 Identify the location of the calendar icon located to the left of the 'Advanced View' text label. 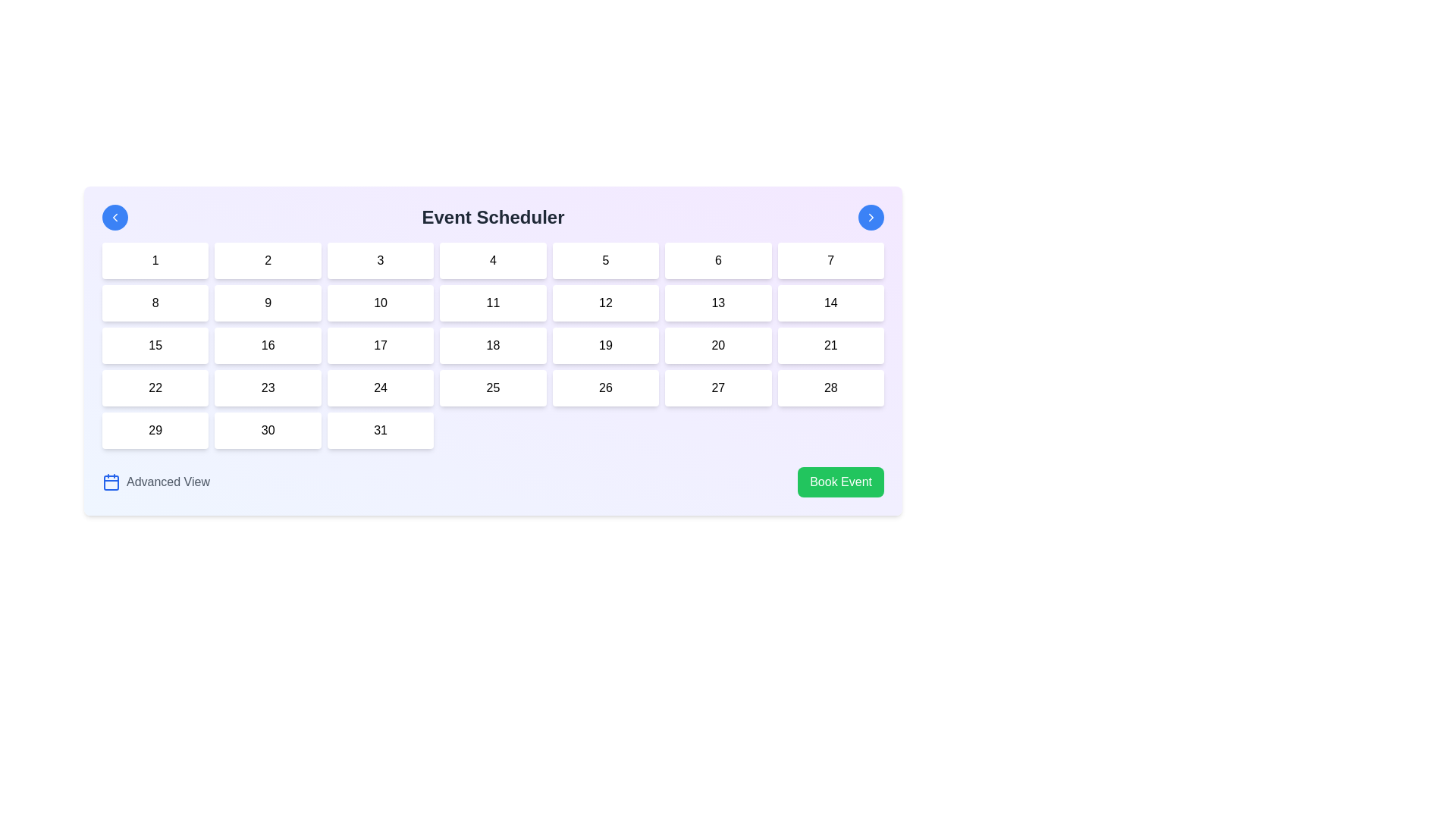
(111, 482).